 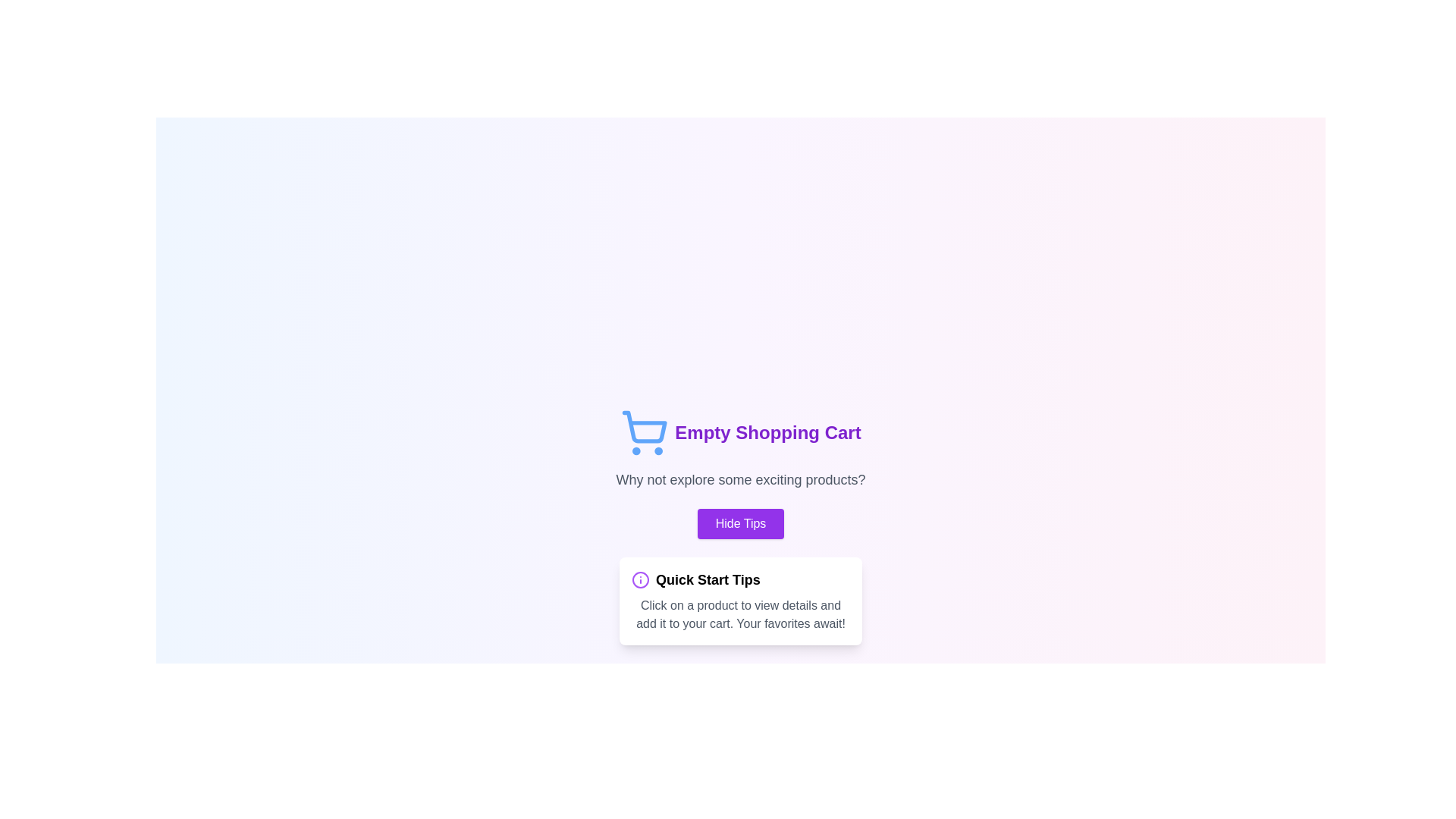 I want to click on the shopping cart icon, which is styled with a blue outline and positioned to the left of the 'Empty Shopping Cart' text, so click(x=645, y=432).